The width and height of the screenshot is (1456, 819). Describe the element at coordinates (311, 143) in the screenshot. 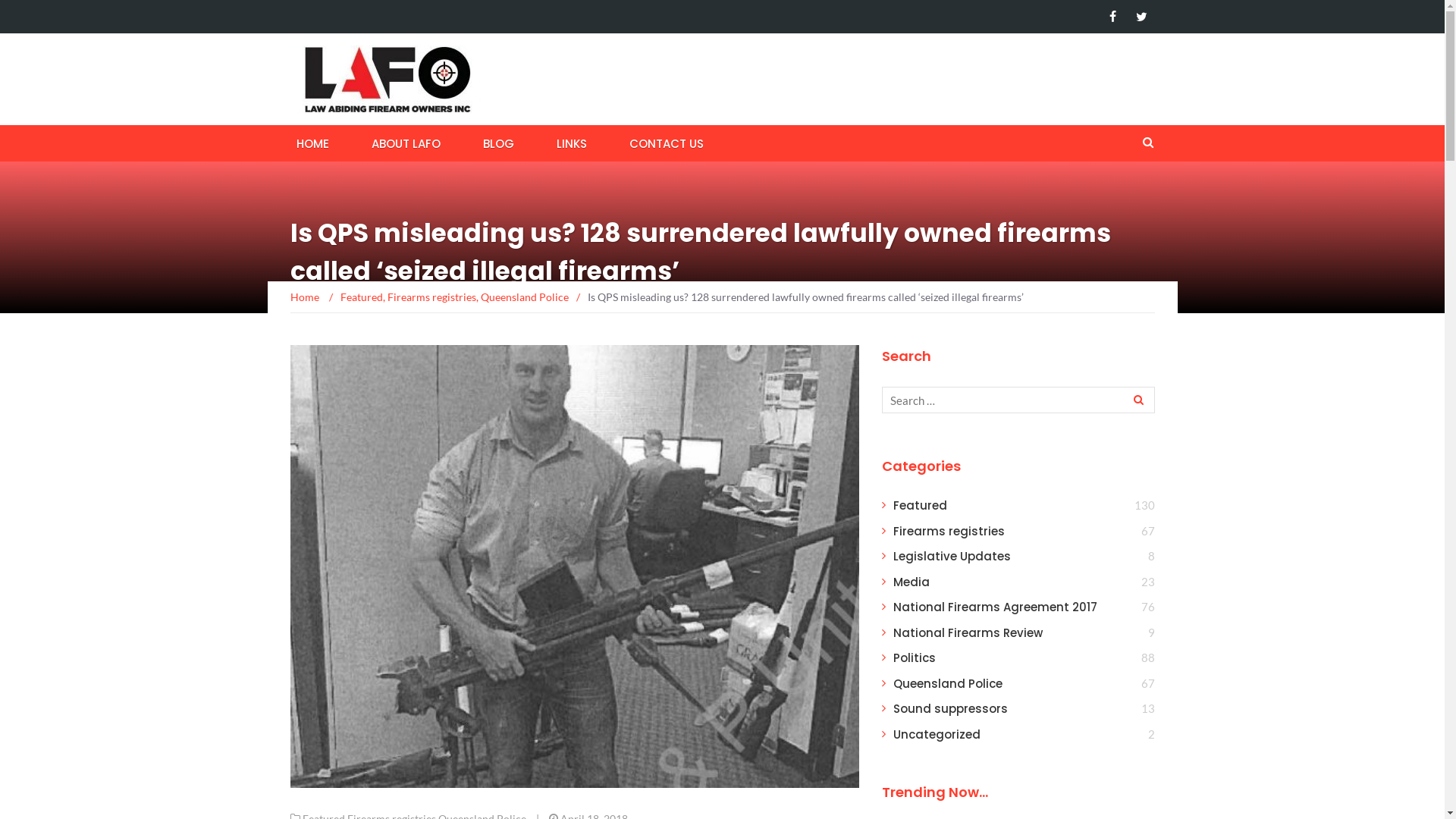

I see `'HOME'` at that location.